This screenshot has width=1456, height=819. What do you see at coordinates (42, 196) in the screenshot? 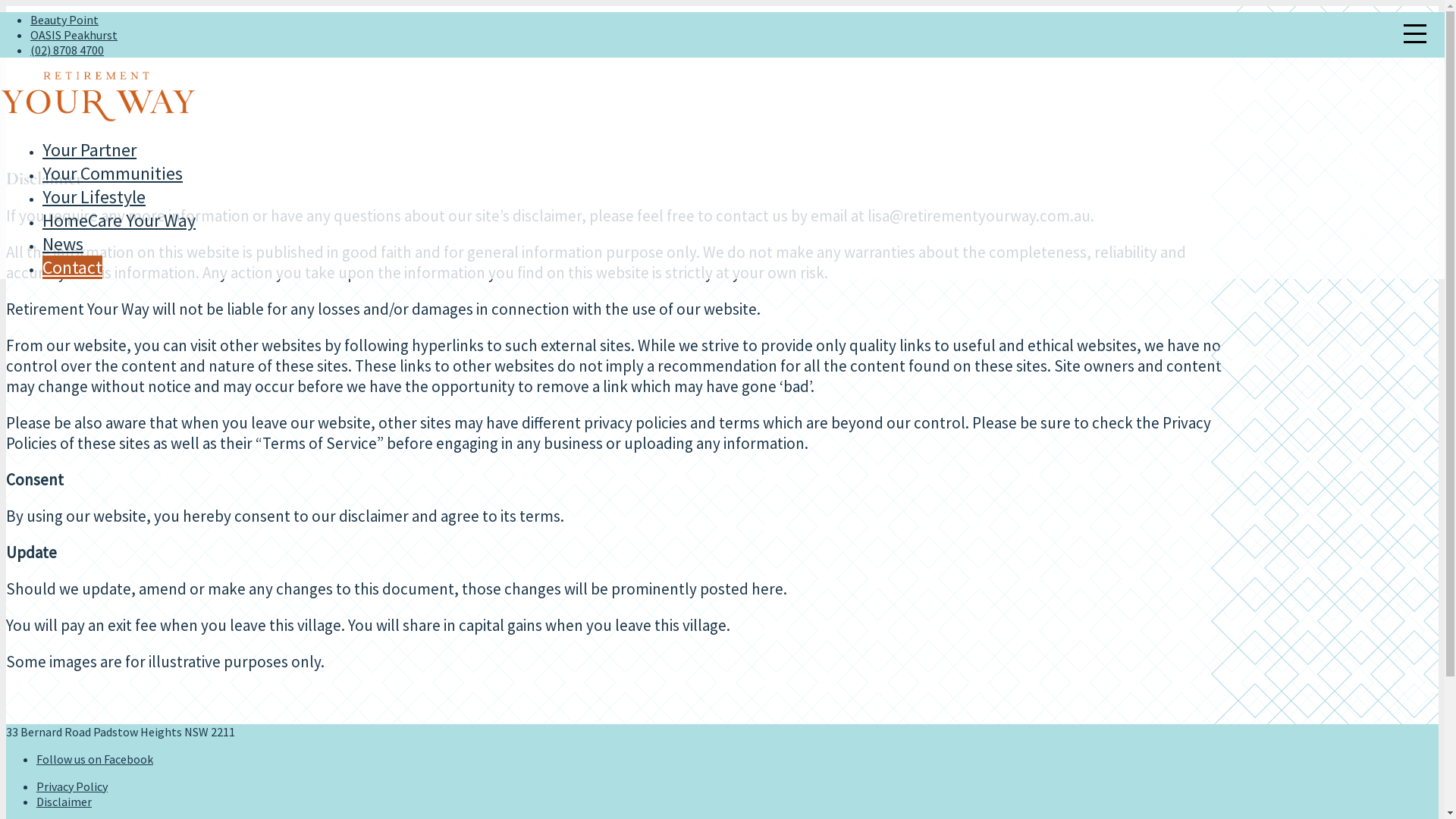
I see `'Your Lifestyle'` at bounding box center [42, 196].